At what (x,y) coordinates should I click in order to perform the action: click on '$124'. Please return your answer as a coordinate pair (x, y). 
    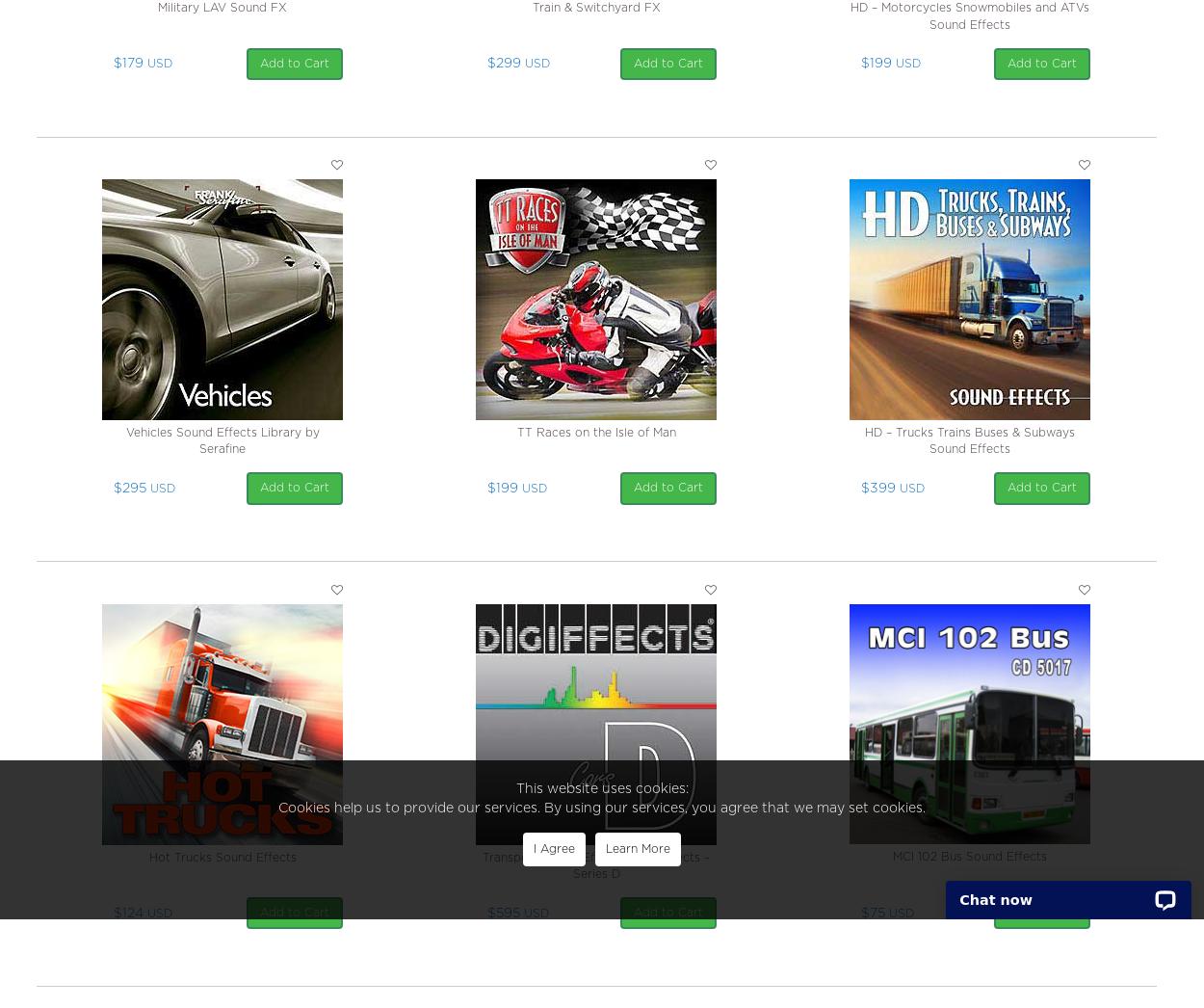
    Looking at the image, I should click on (128, 912).